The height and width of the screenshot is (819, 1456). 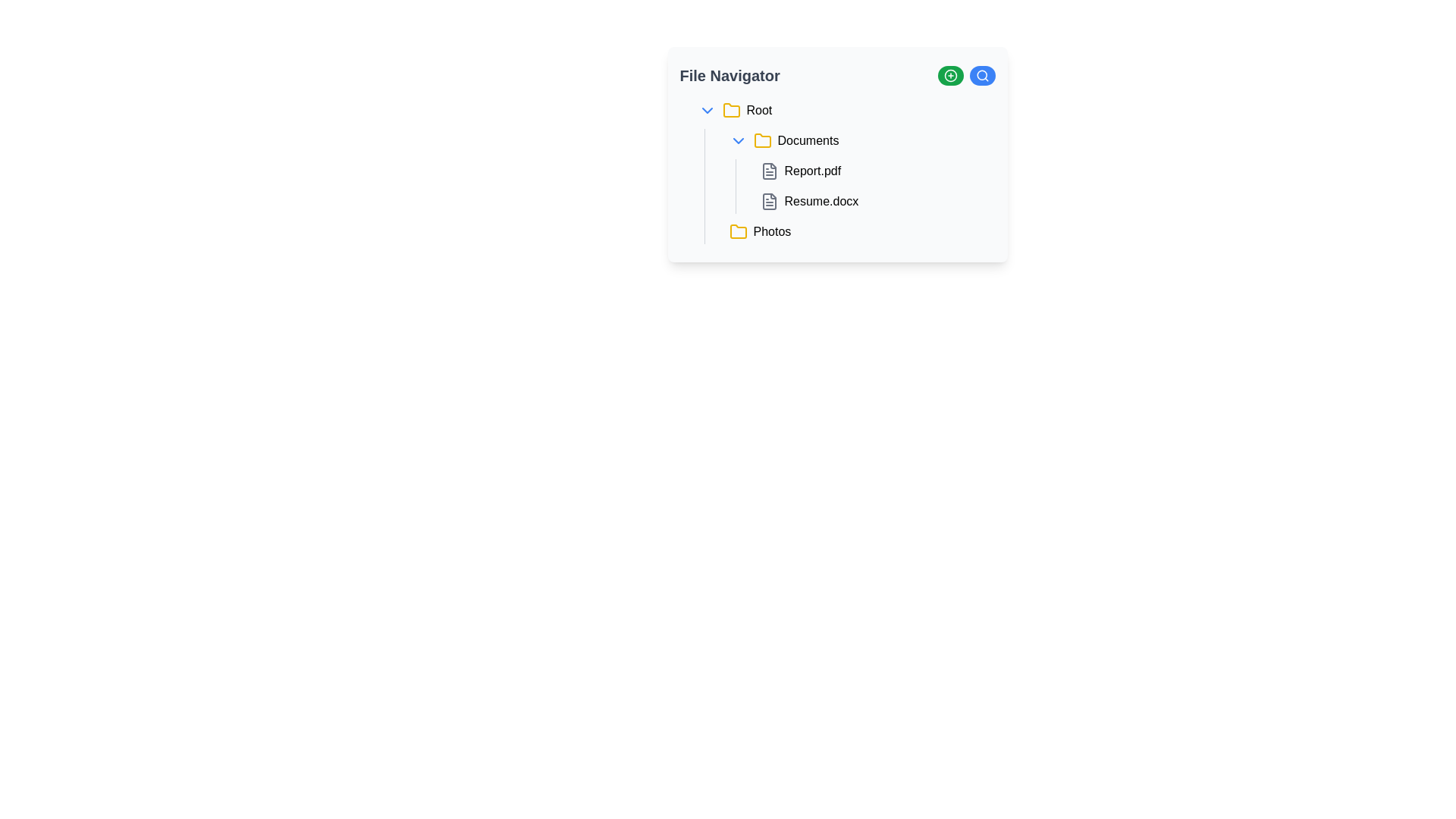 I want to click on the search button located in the top-right corner of the 'File Navigator' panel to initiate a search, so click(x=982, y=76).